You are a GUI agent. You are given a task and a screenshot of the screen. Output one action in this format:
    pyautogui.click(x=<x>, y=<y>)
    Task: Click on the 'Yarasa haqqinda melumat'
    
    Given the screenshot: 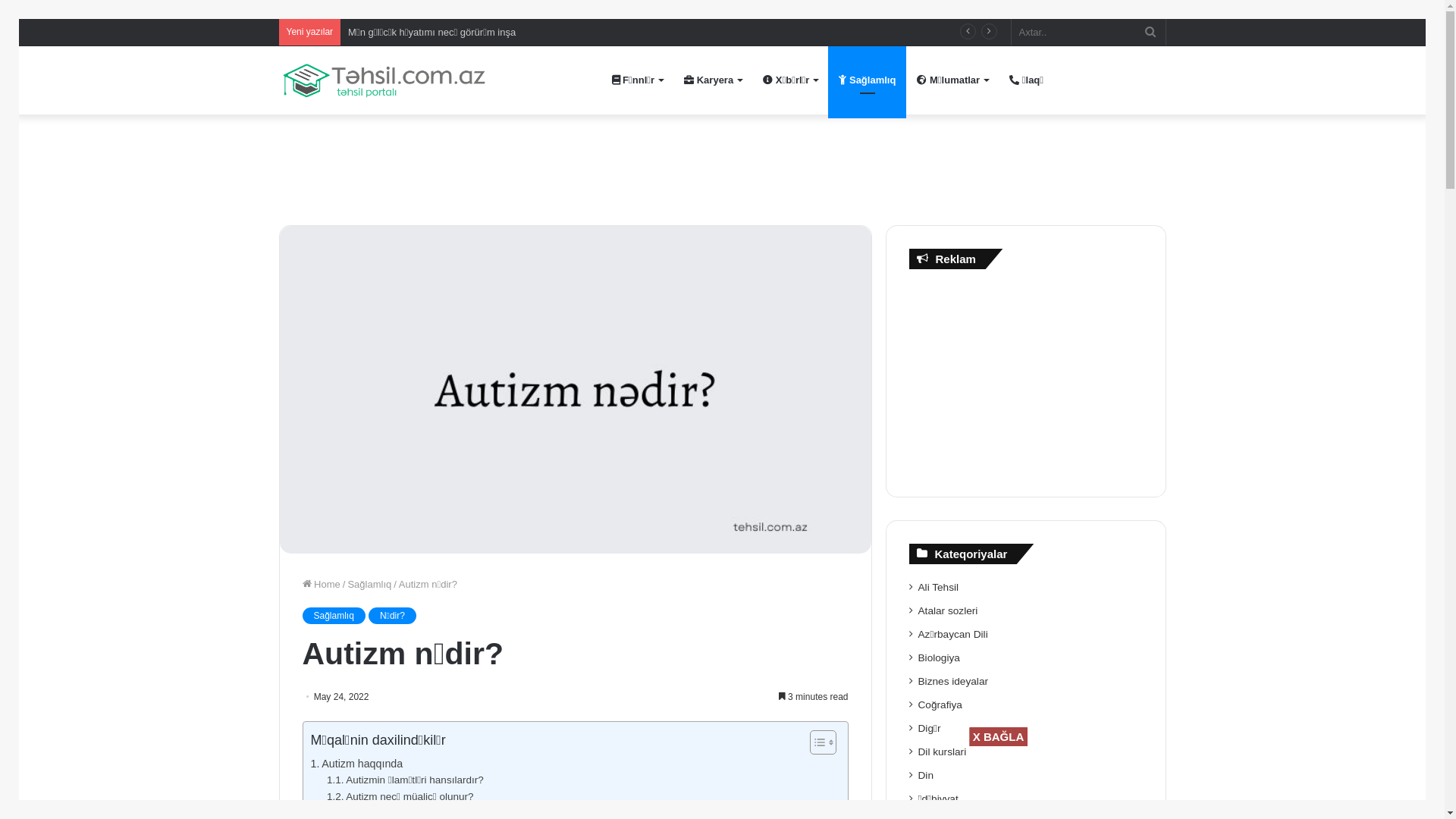 What is the action you would take?
    pyautogui.click(x=405, y=32)
    